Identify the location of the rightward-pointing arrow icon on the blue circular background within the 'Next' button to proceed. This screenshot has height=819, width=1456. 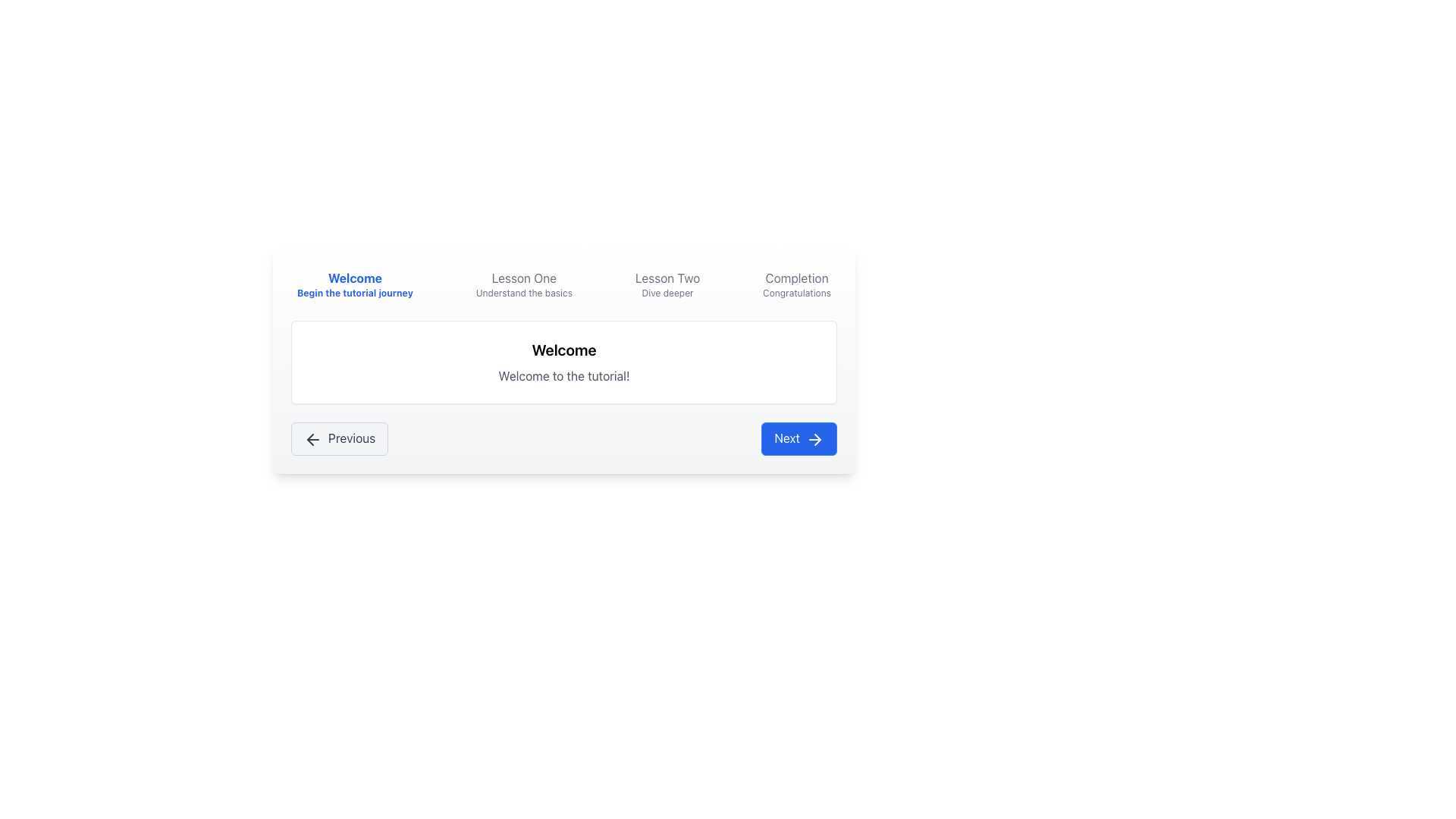
(814, 438).